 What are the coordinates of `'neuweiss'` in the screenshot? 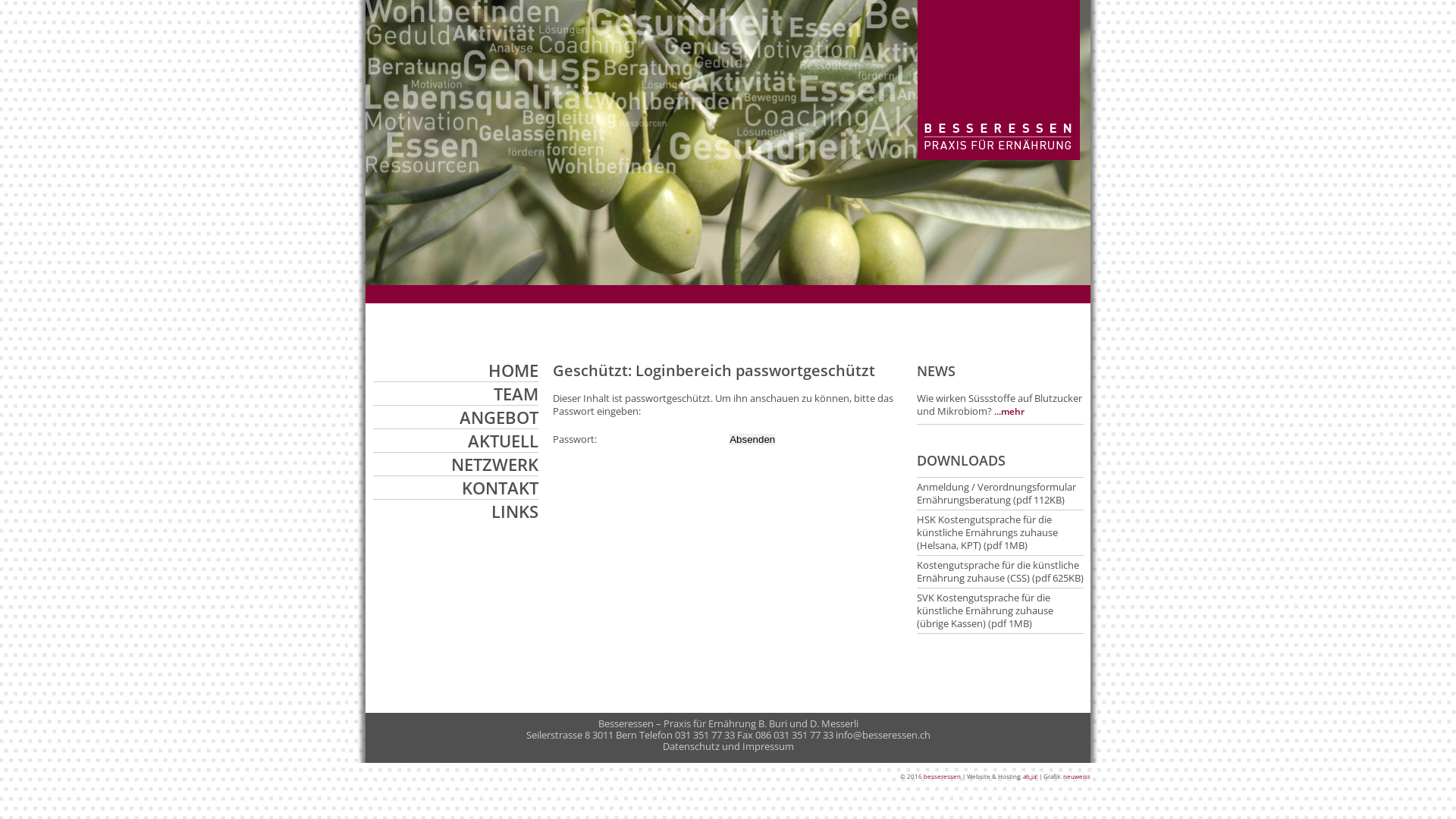 It's located at (1076, 776).